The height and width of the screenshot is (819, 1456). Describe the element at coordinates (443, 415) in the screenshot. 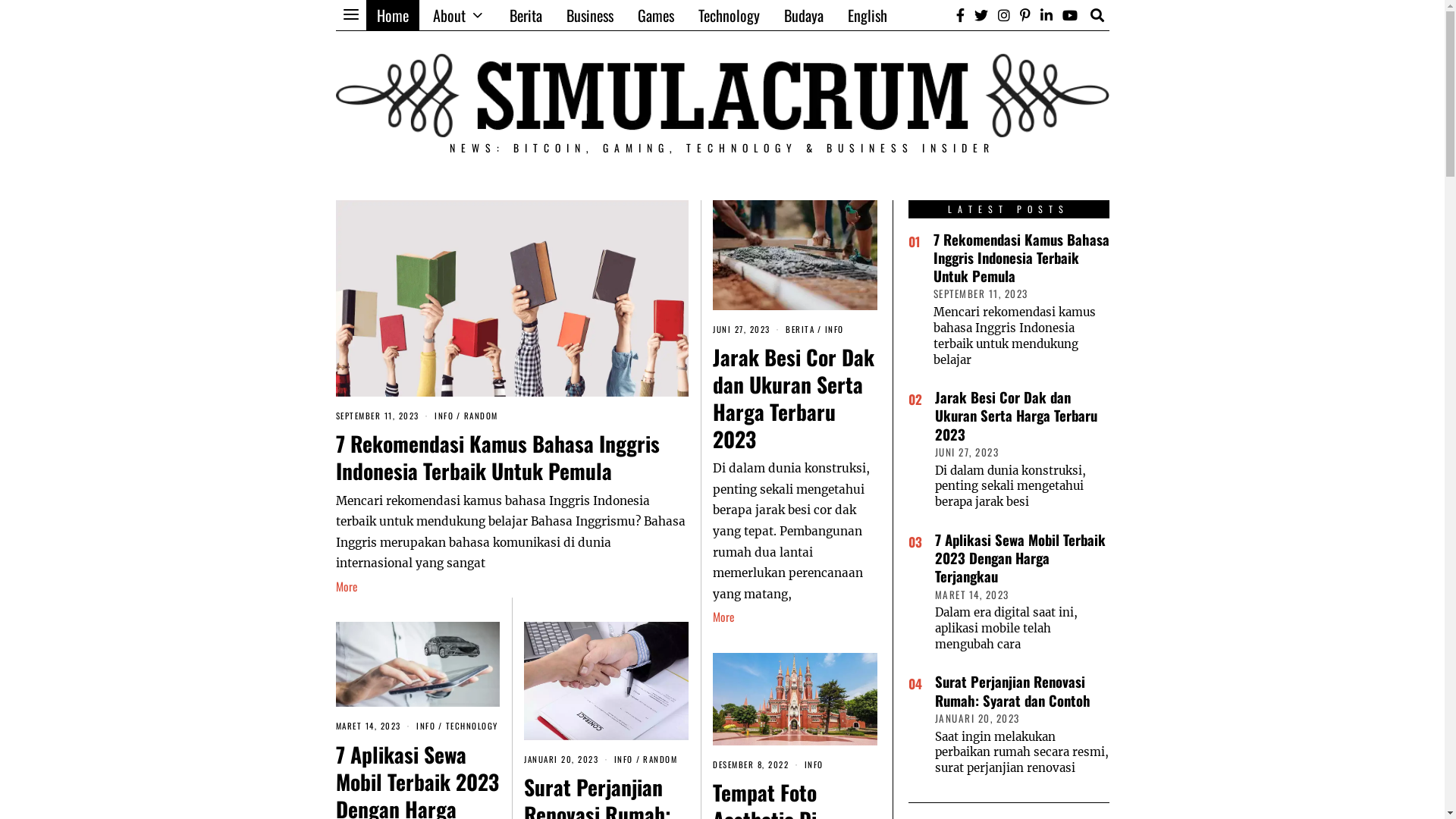

I see `'INFO'` at that location.